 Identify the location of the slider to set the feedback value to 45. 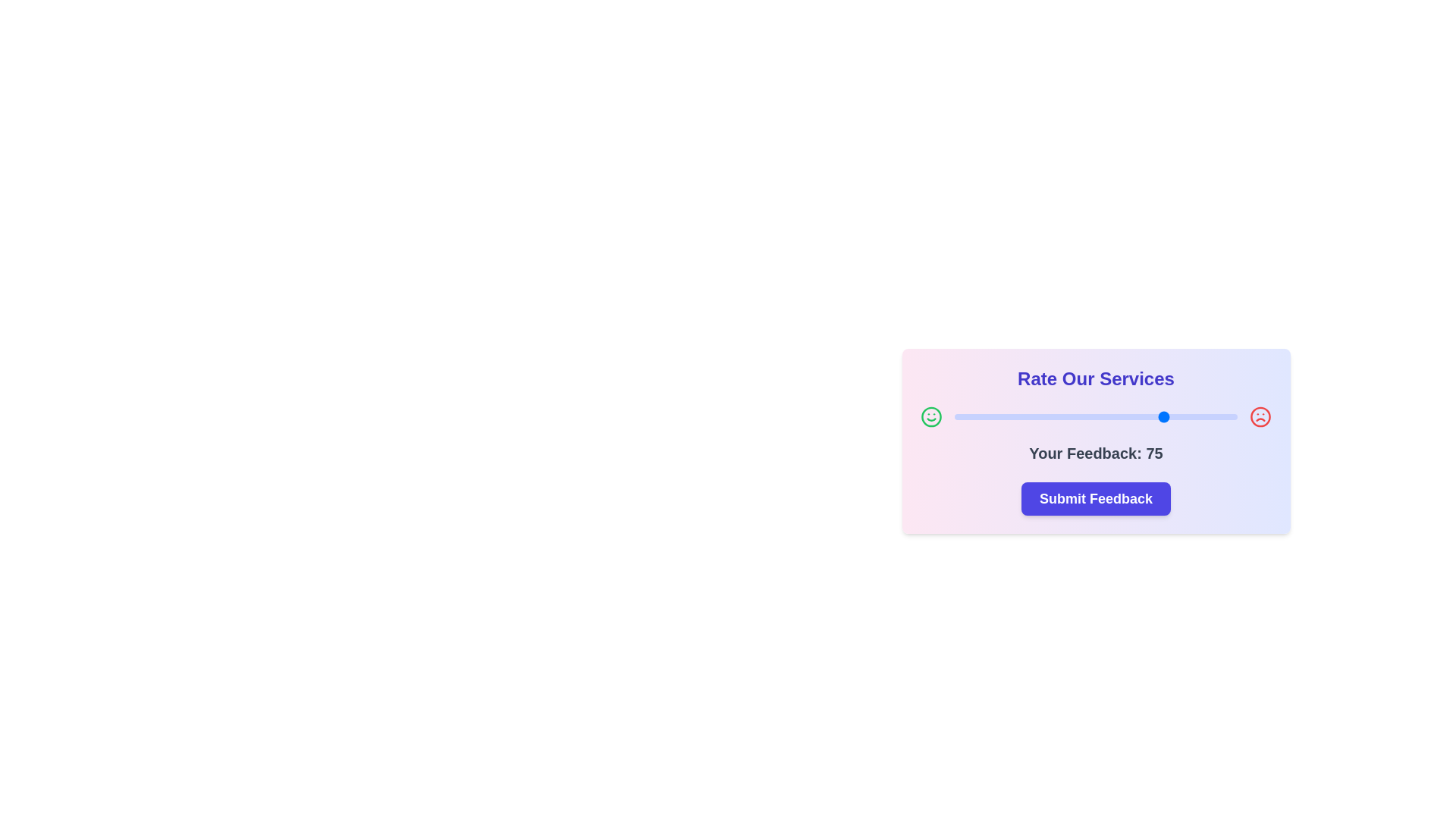
(1081, 417).